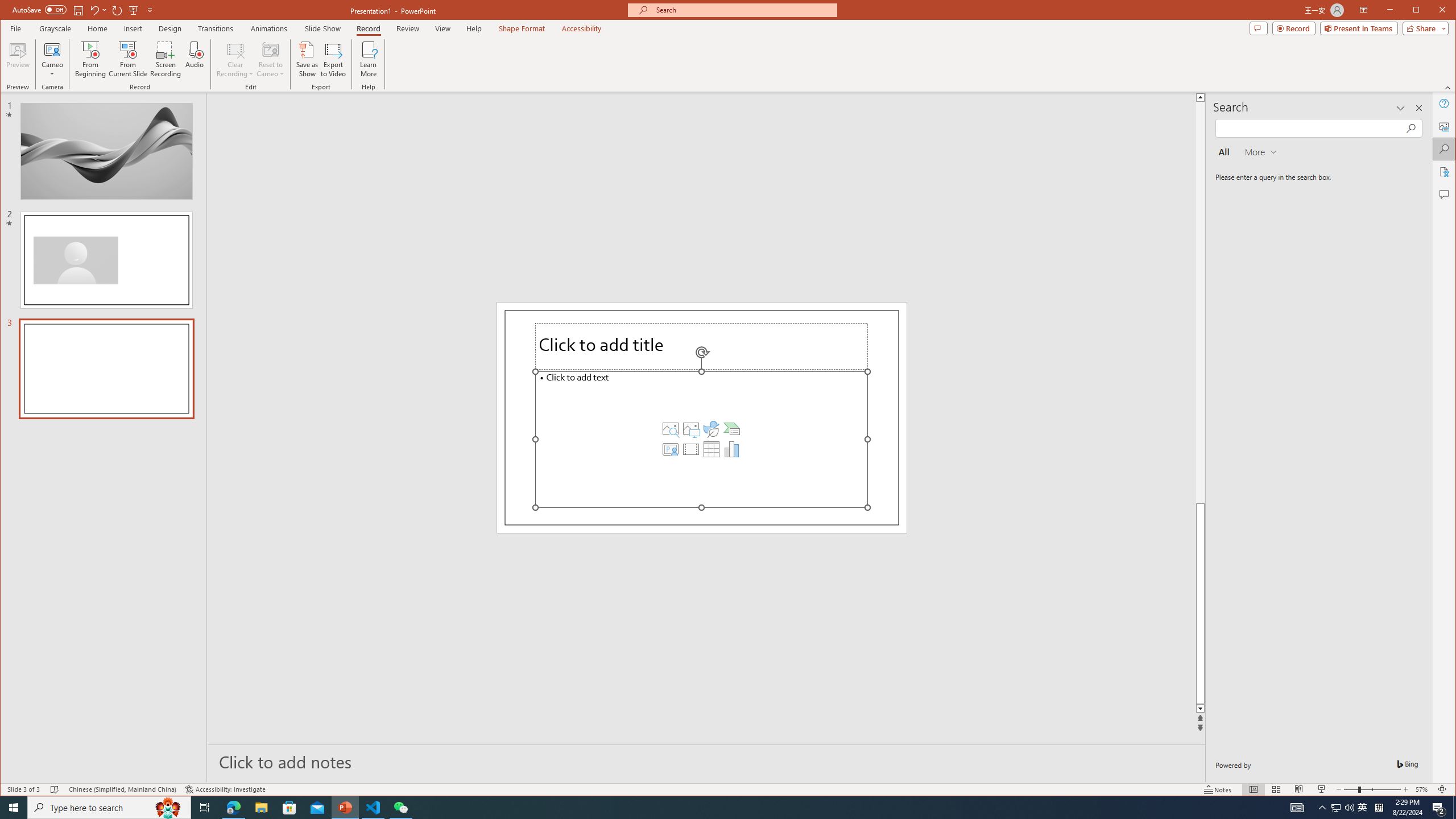 The image size is (1456, 819). Describe the element at coordinates (711, 428) in the screenshot. I see `'Insert an Icon'` at that location.